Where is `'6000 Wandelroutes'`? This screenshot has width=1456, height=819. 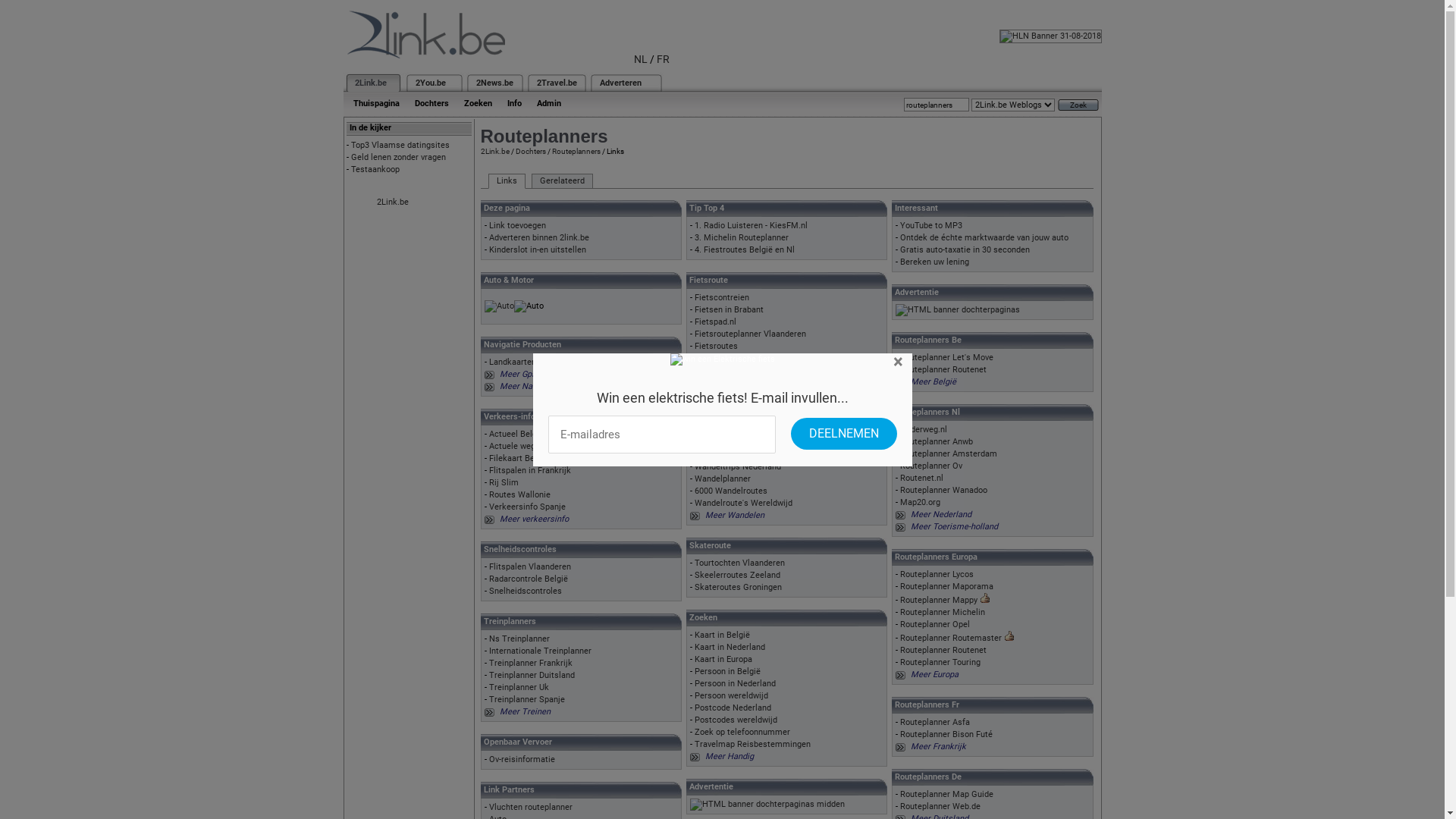 '6000 Wandelroutes' is located at coordinates (731, 491).